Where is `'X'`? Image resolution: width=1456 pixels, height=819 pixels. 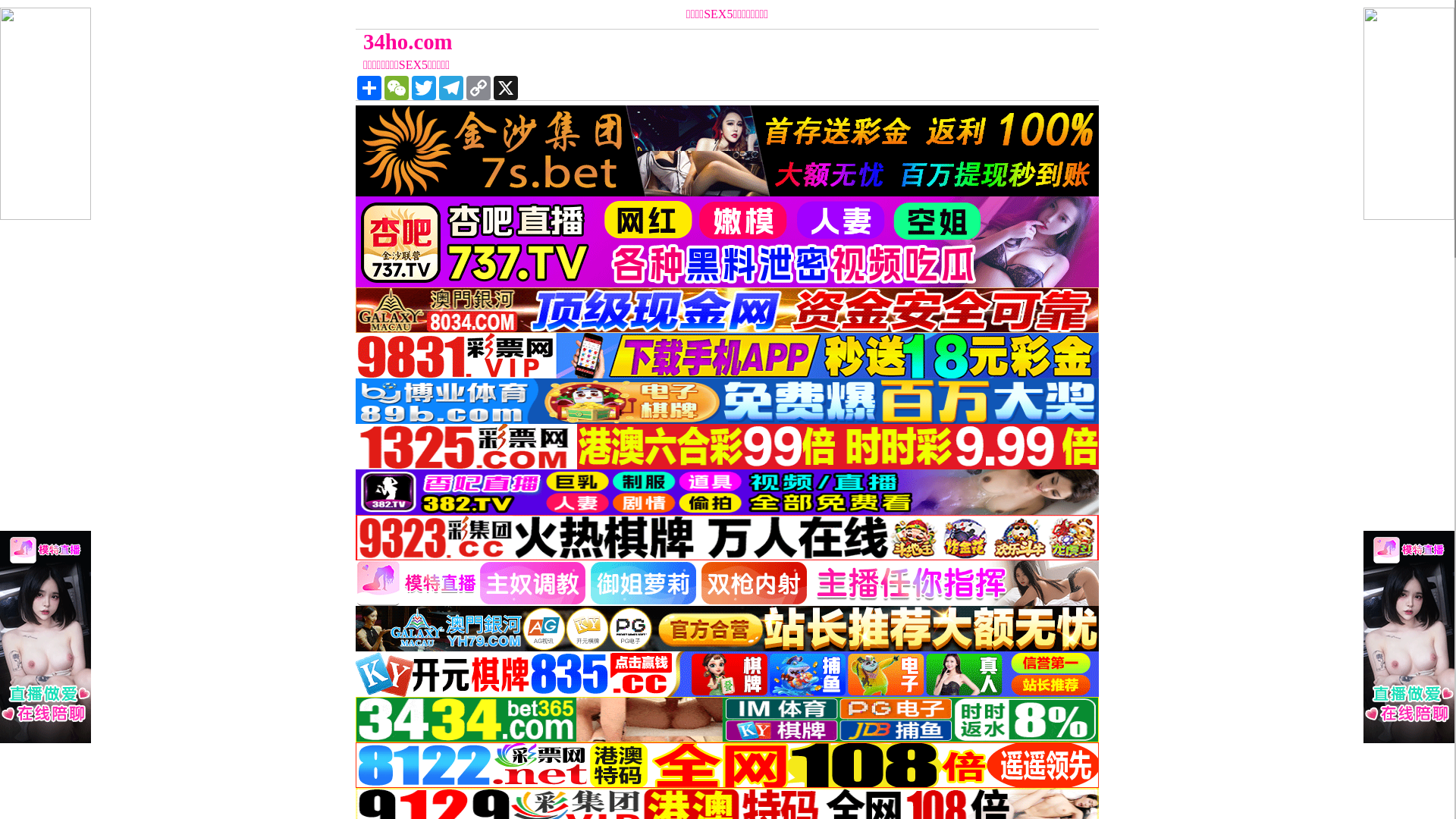 'X' is located at coordinates (491, 87).